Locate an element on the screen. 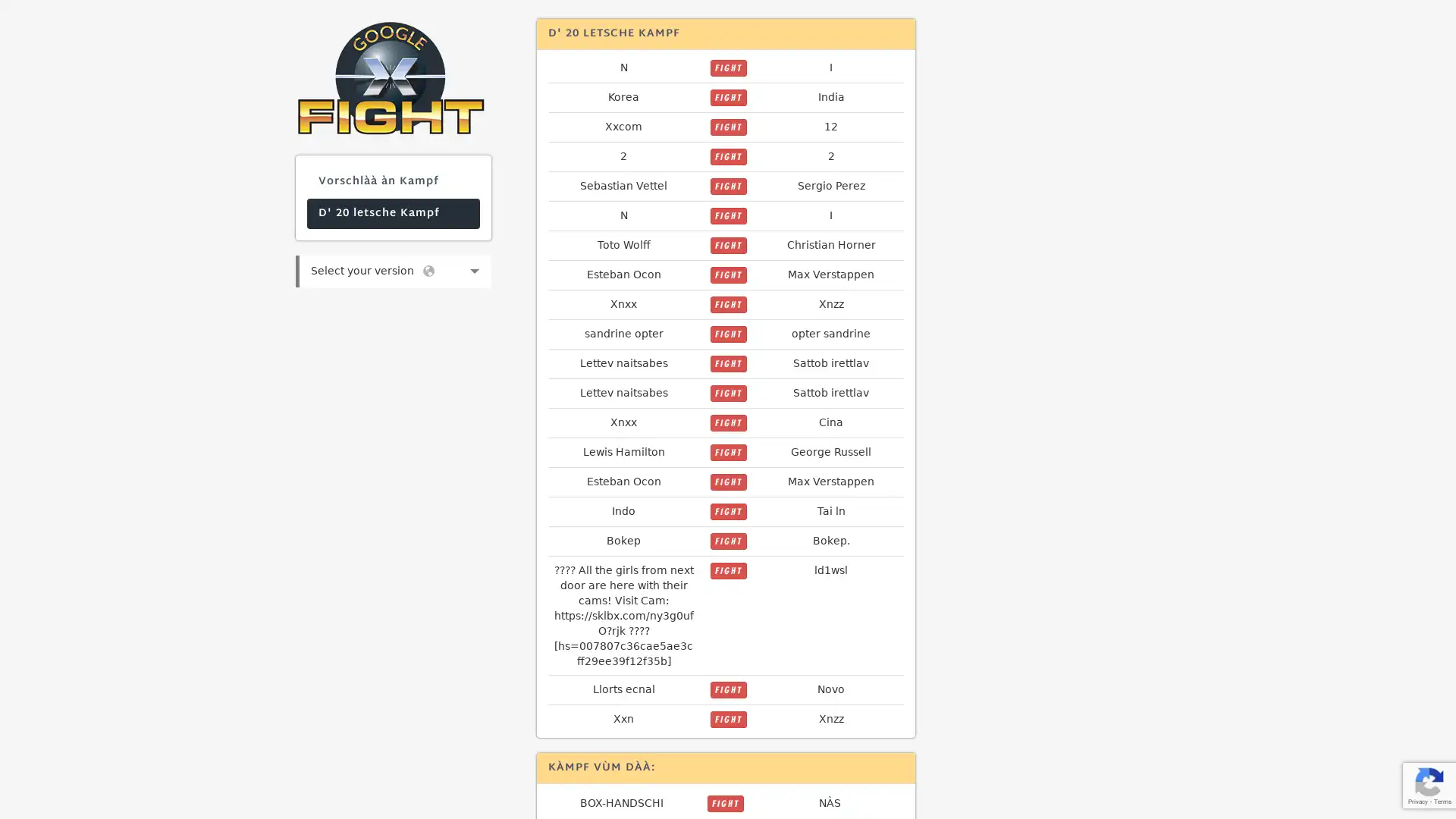  FIGHT is located at coordinates (728, 304).